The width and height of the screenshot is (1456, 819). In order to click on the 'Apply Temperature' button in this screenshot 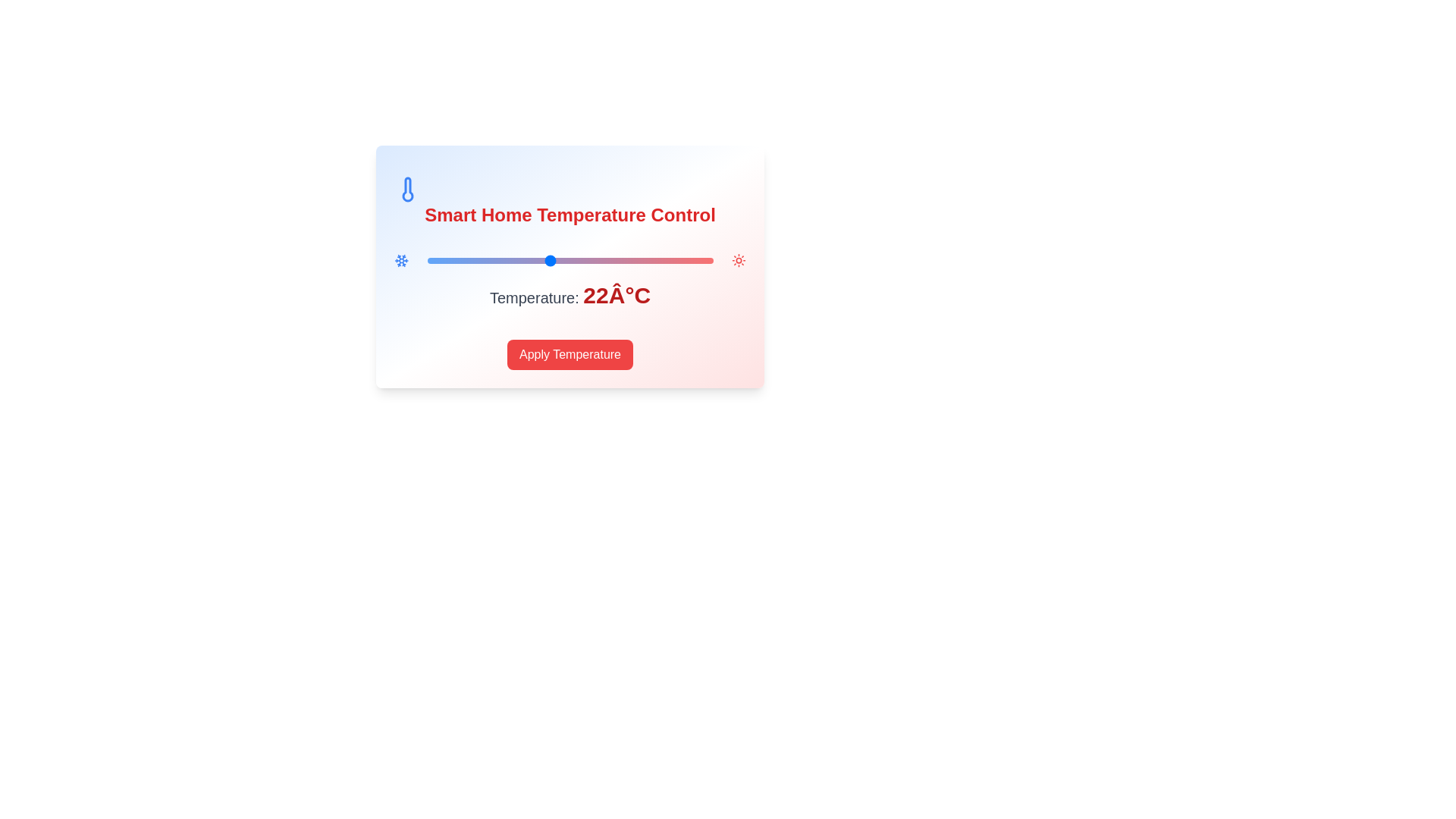, I will do `click(570, 354)`.